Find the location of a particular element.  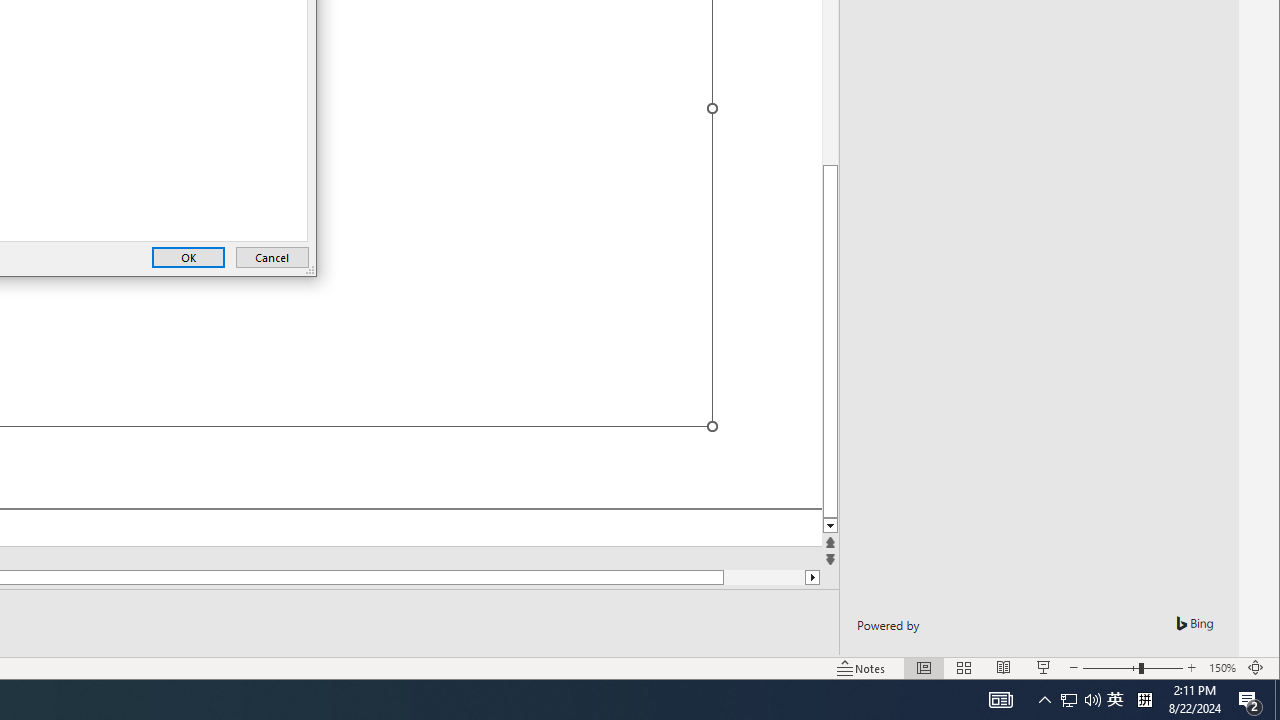

'AutomationID: 4105' is located at coordinates (1000, 698).